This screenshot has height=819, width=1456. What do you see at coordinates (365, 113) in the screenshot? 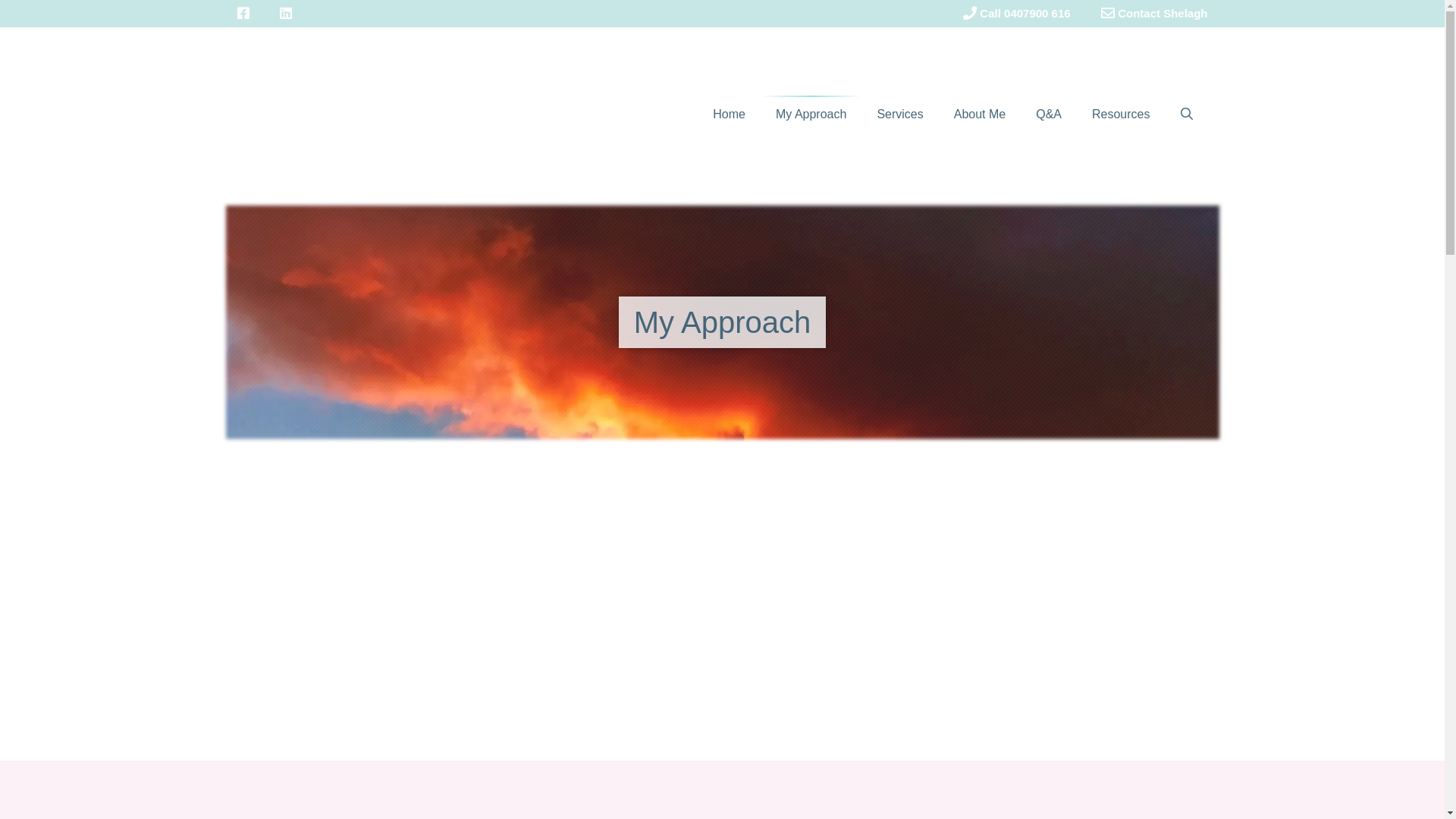
I see `'CHR Counselling'` at bounding box center [365, 113].